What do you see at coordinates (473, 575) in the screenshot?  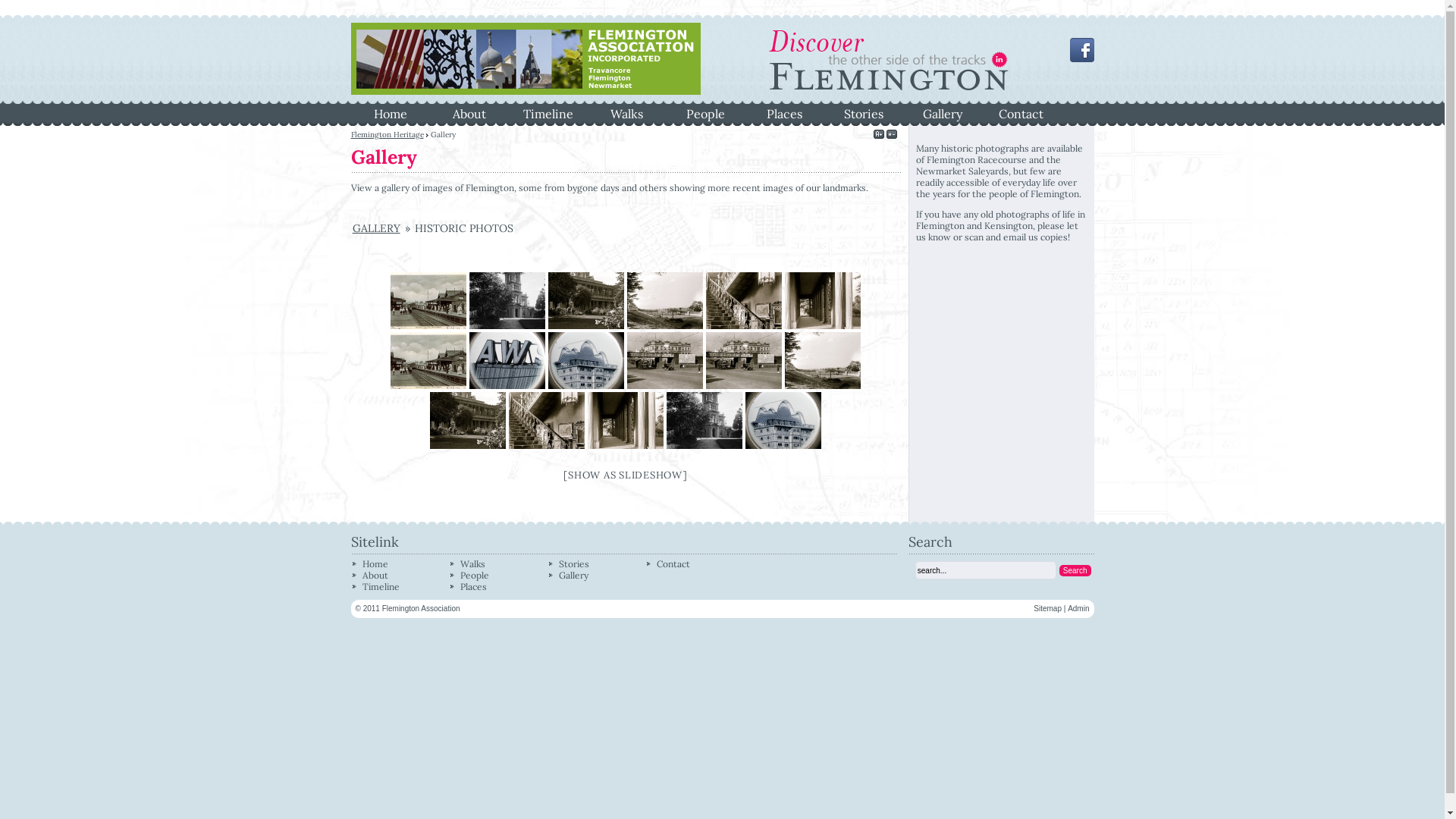 I see `'People'` at bounding box center [473, 575].